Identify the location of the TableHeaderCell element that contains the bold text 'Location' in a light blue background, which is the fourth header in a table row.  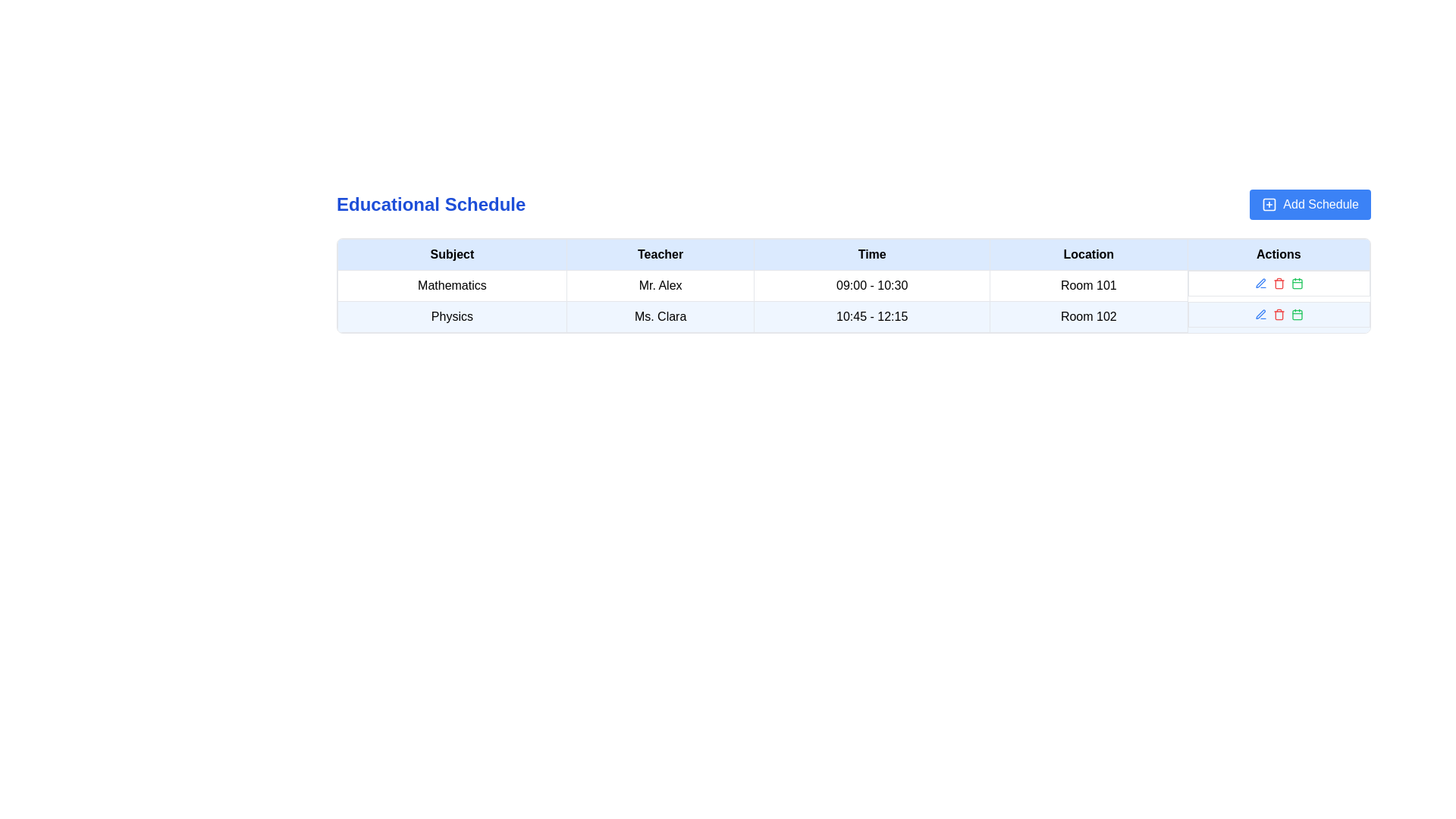
(1087, 253).